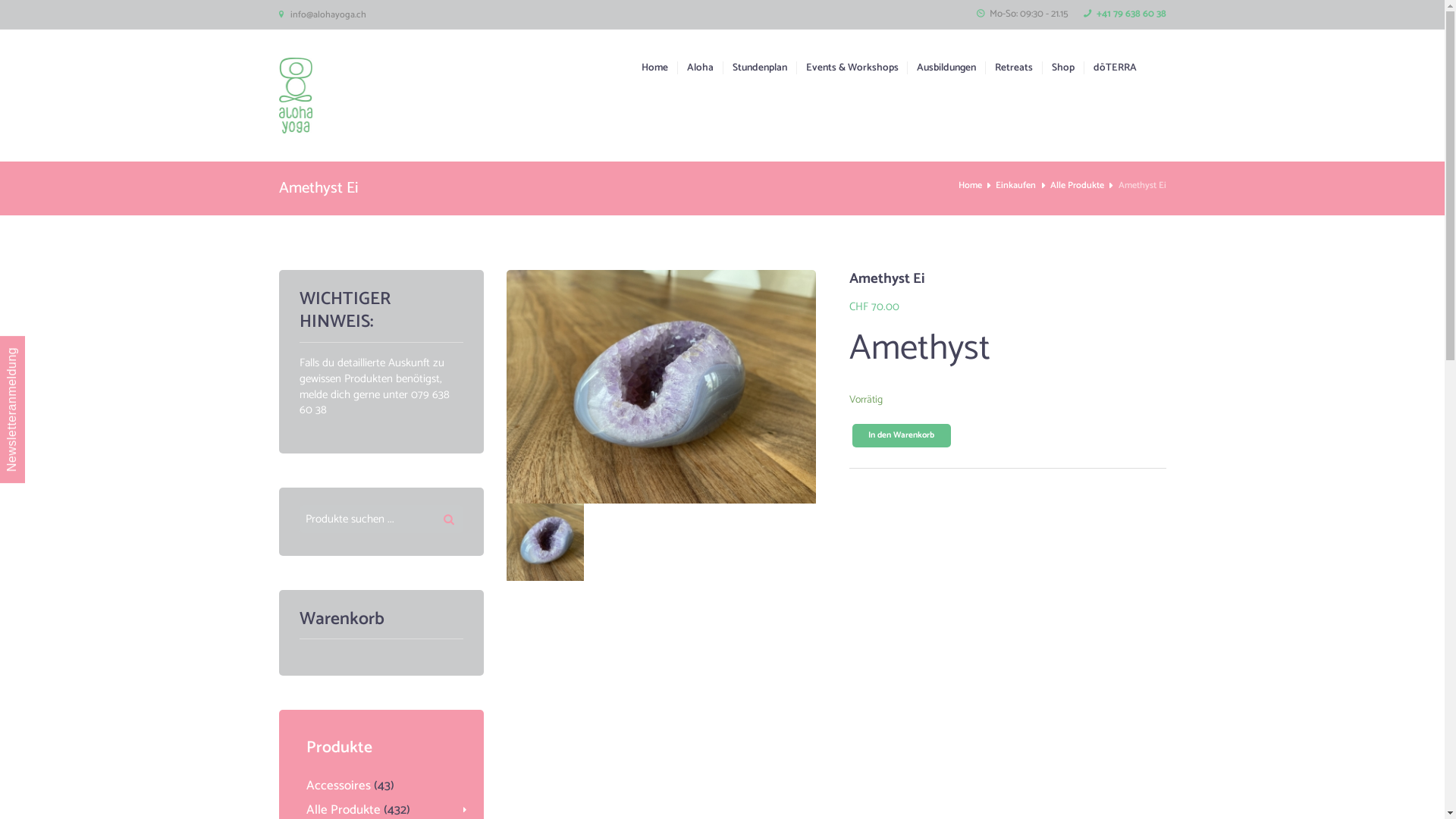 This screenshot has height=819, width=1456. Describe the element at coordinates (969, 185) in the screenshot. I see `'Home'` at that location.